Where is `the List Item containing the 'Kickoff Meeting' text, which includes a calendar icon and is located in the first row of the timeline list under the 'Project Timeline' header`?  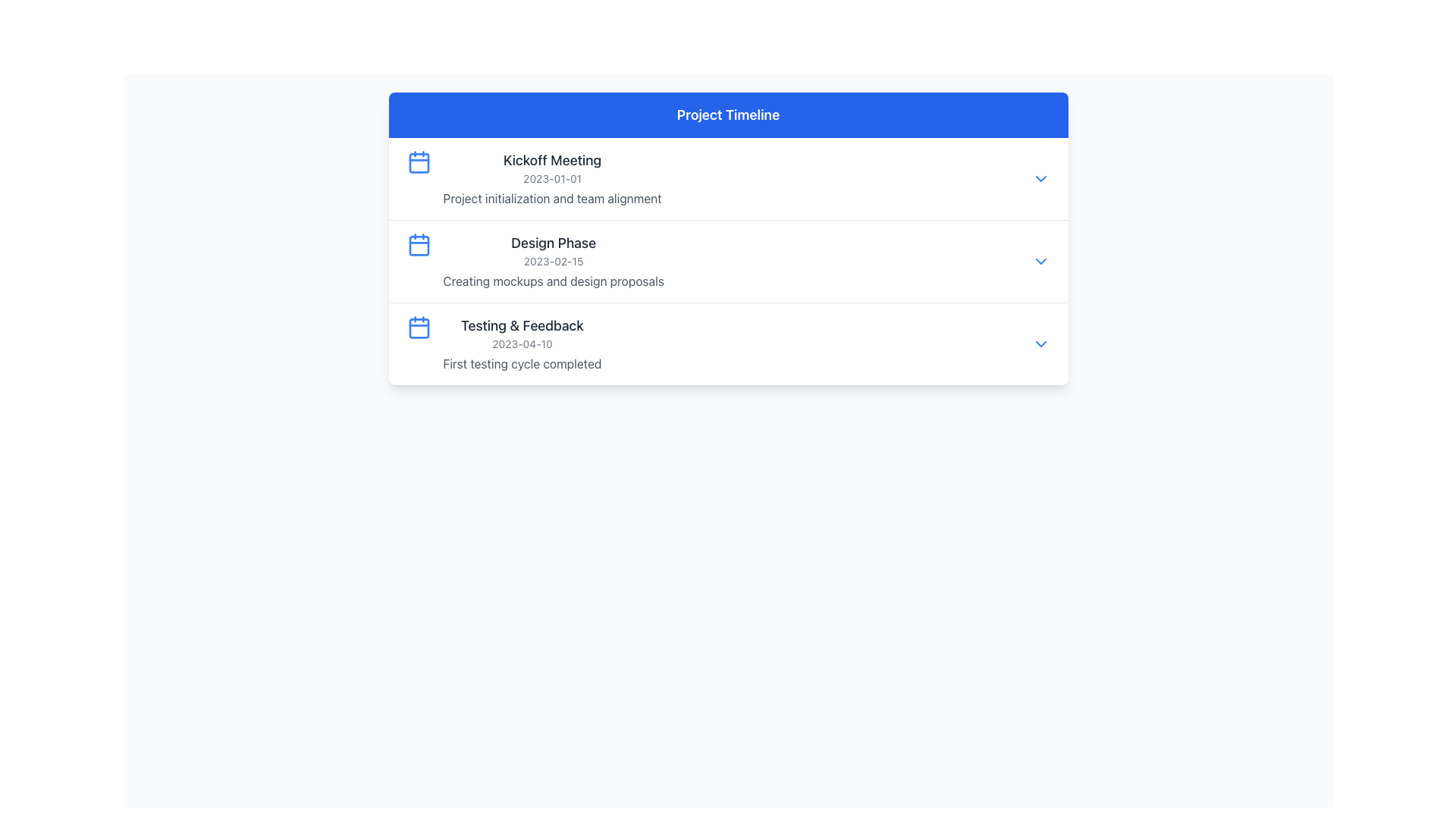
the List Item containing the 'Kickoff Meeting' text, which includes a calendar icon and is located in the first row of the timeline list under the 'Project Timeline' header is located at coordinates (534, 177).